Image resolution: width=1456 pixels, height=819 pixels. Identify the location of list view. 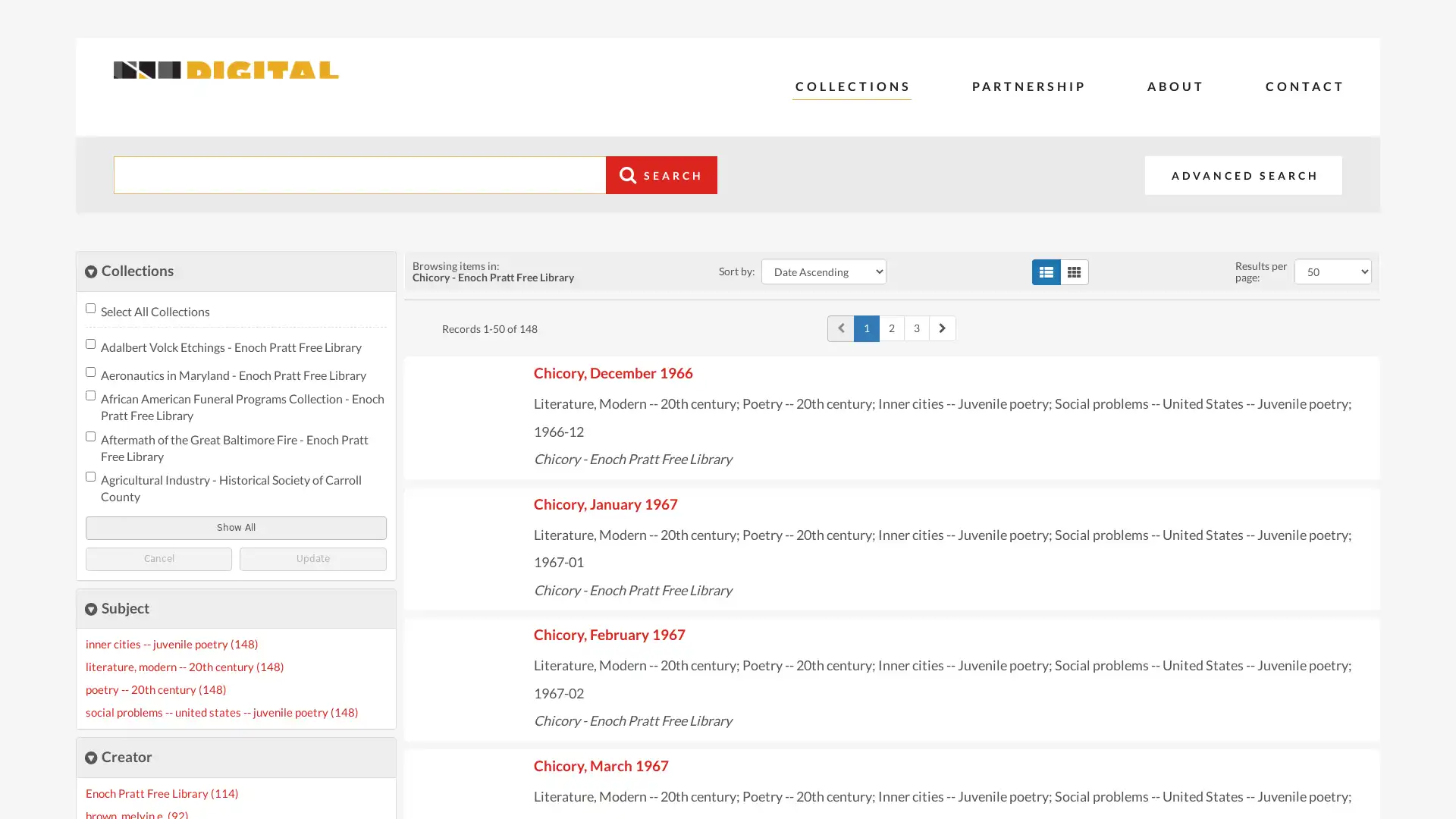
(1046, 271).